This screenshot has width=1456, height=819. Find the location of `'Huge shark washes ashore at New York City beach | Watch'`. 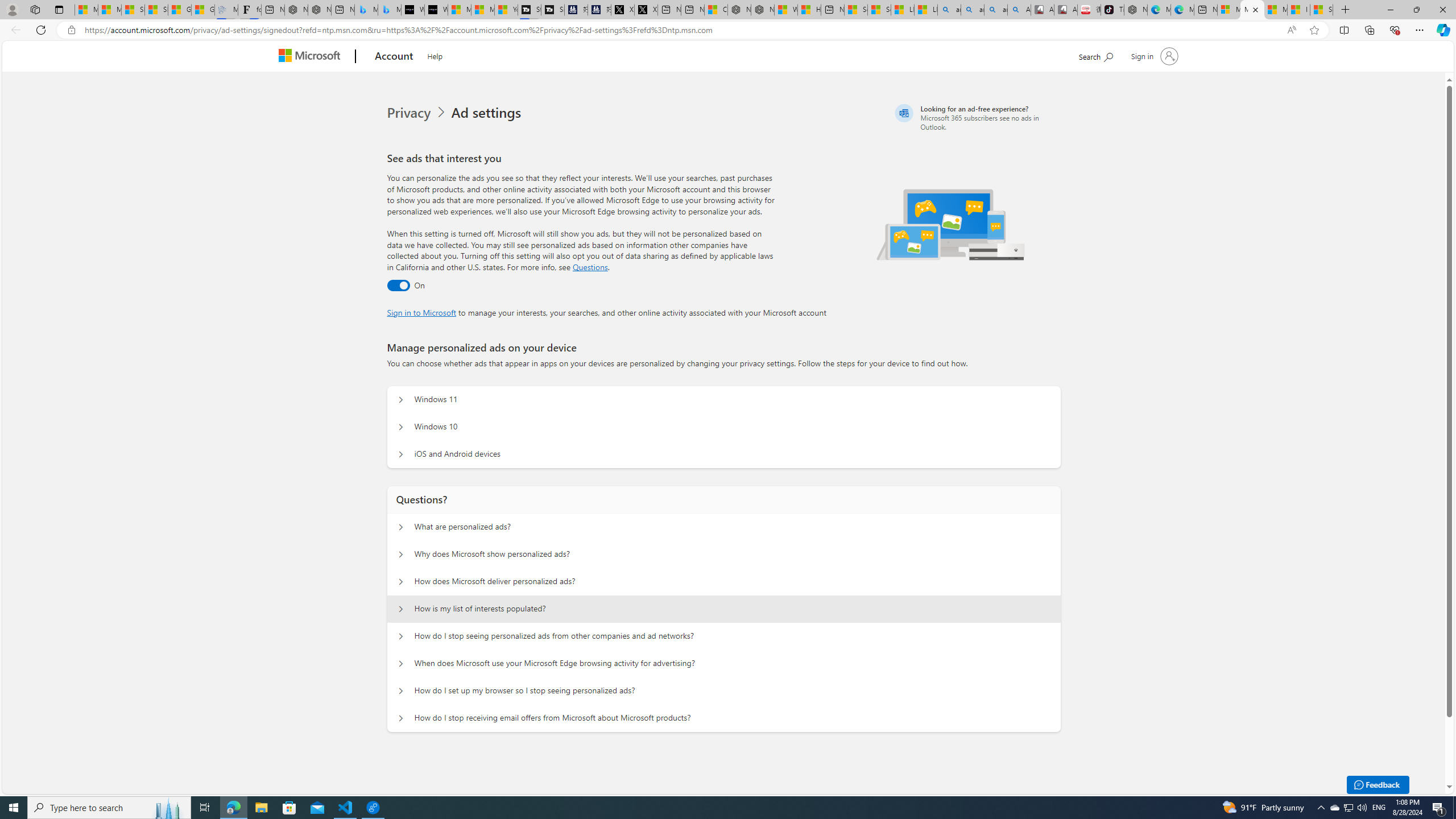

'Huge shark washes ashore at New York City beach | Watch' is located at coordinates (809, 9).